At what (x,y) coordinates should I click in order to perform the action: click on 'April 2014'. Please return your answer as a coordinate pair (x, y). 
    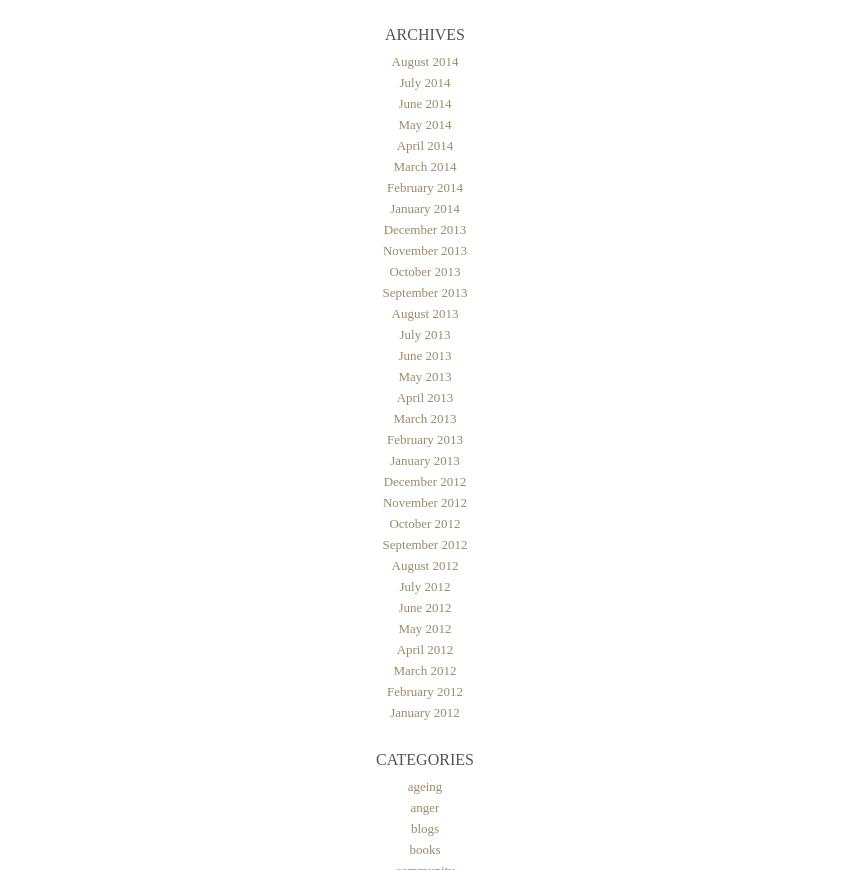
    Looking at the image, I should click on (424, 144).